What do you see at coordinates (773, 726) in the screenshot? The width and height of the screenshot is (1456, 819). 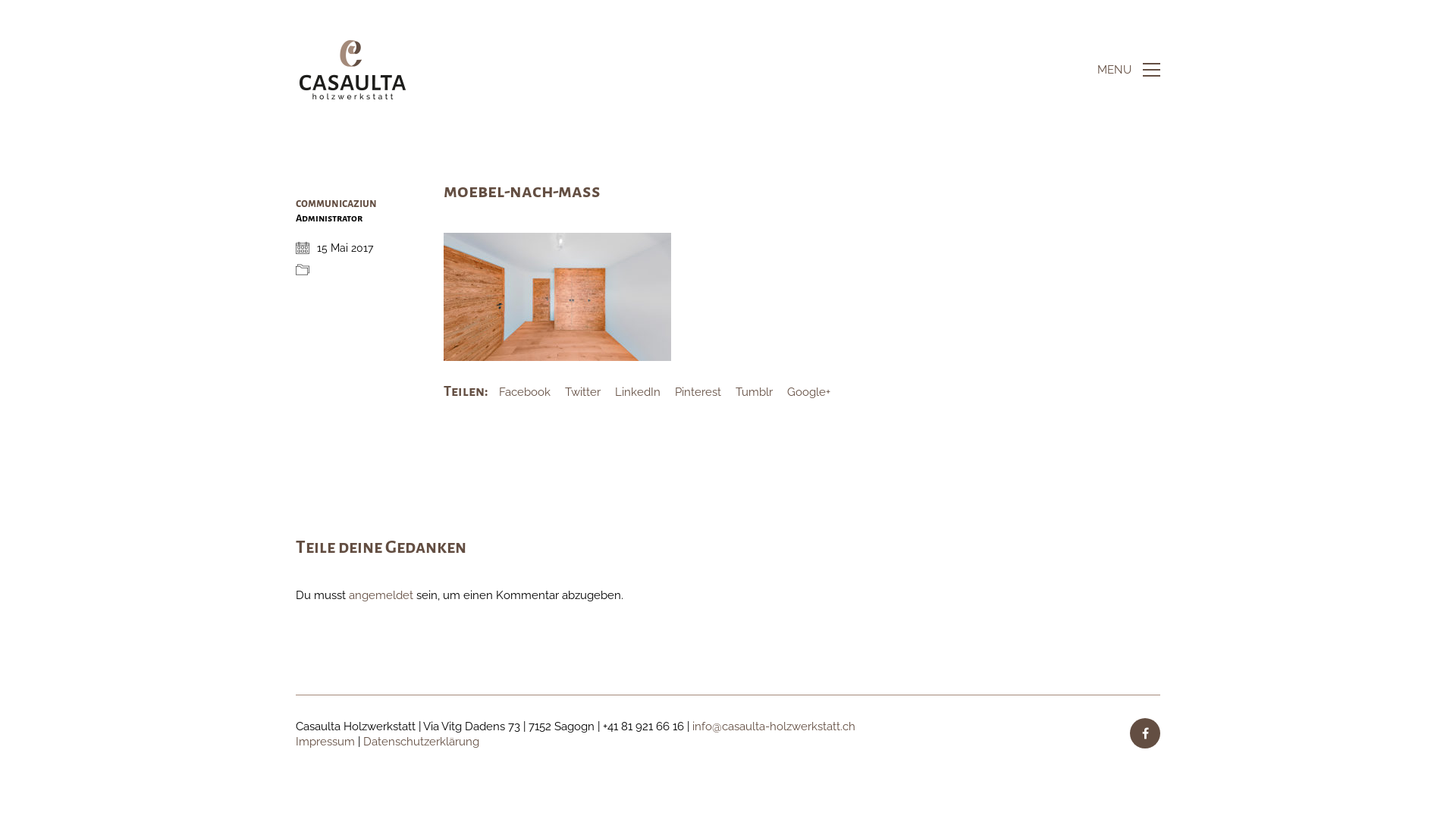 I see `'info@casaulta-holzwerkstatt.ch'` at bounding box center [773, 726].